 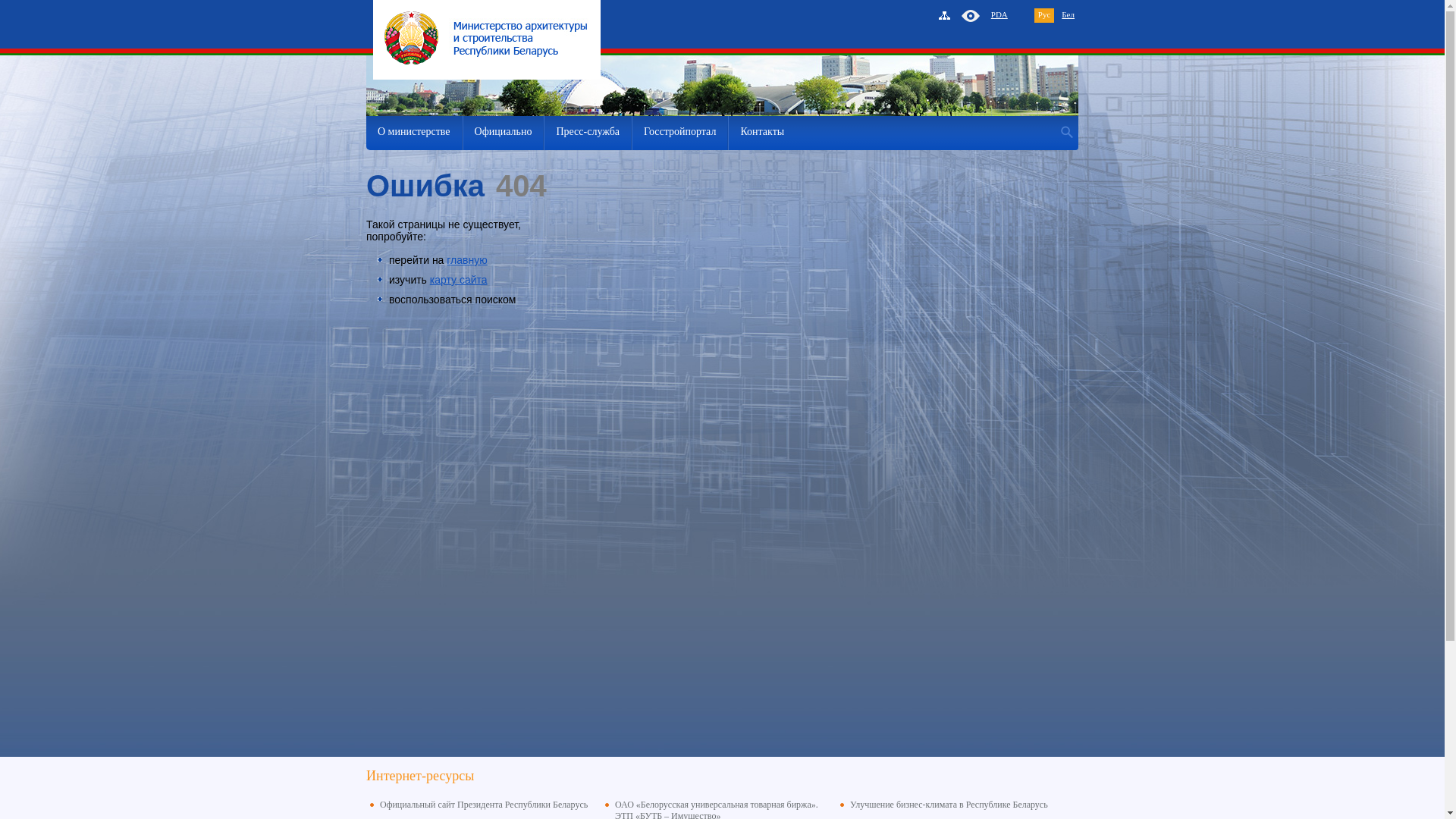 What do you see at coordinates (999, 14) in the screenshot?
I see `'PDA'` at bounding box center [999, 14].